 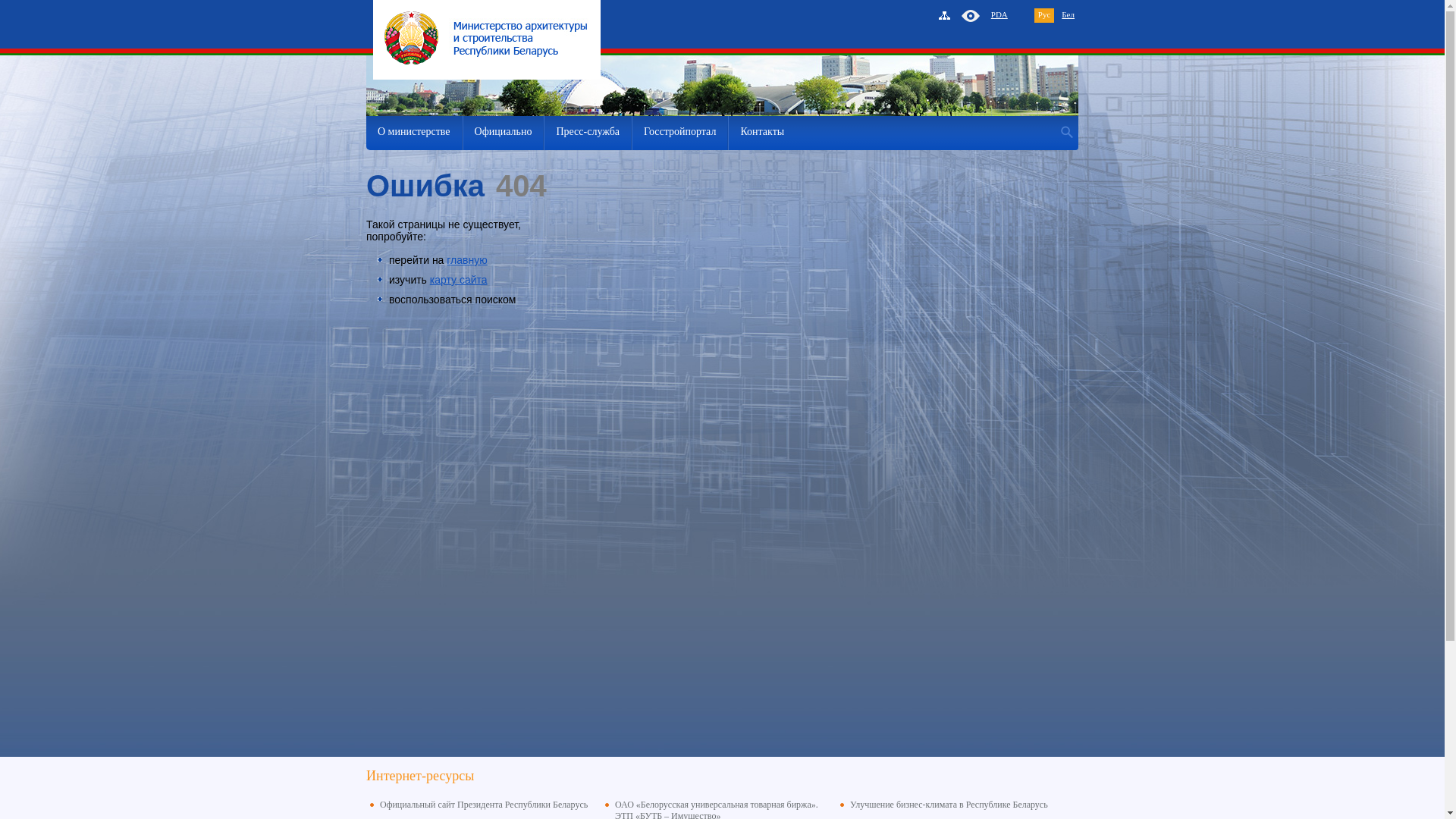 What do you see at coordinates (999, 14) in the screenshot?
I see `'PDA'` at bounding box center [999, 14].